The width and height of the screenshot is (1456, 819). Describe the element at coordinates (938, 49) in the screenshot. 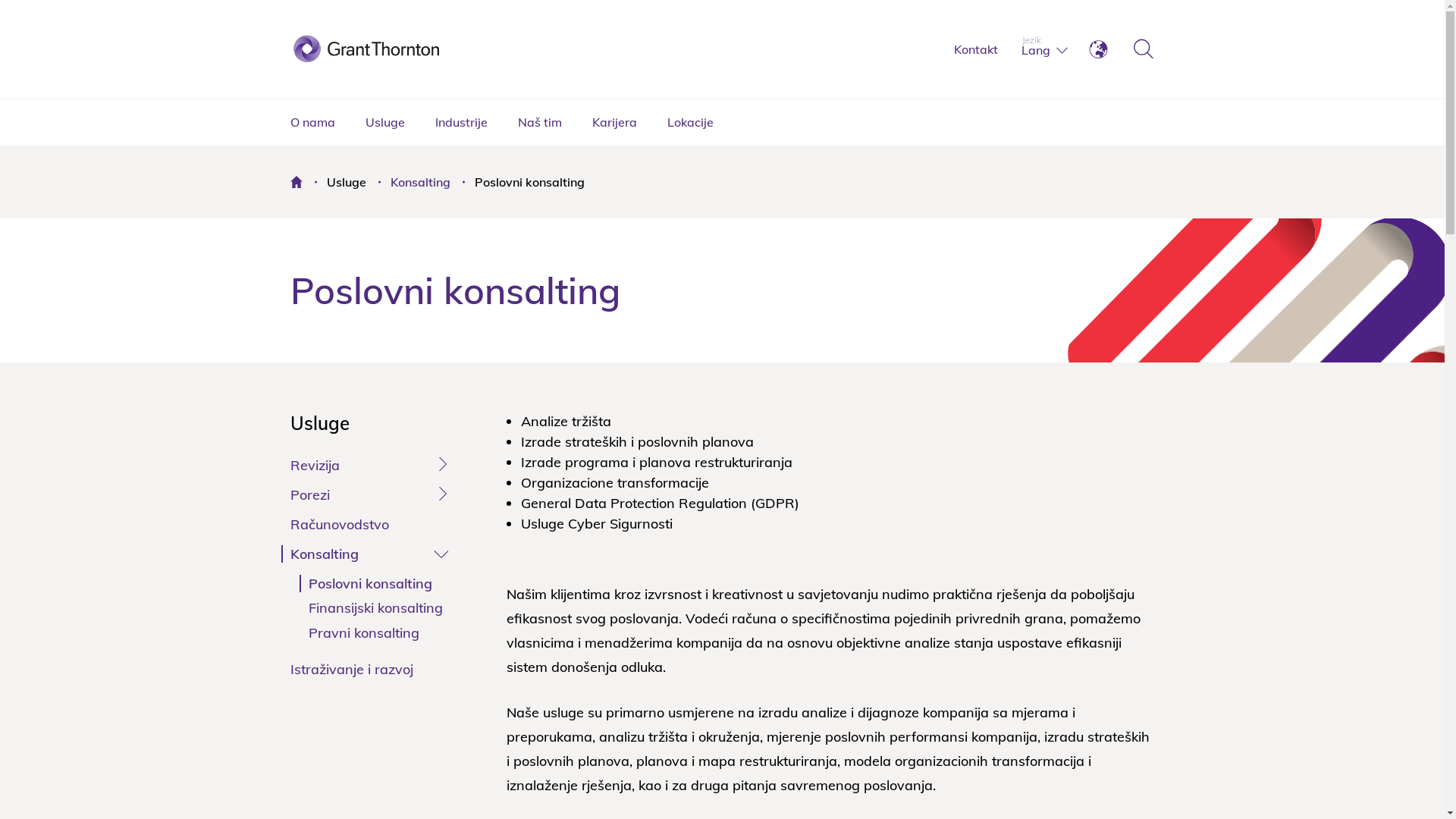

I see `'Kontakt'` at that location.